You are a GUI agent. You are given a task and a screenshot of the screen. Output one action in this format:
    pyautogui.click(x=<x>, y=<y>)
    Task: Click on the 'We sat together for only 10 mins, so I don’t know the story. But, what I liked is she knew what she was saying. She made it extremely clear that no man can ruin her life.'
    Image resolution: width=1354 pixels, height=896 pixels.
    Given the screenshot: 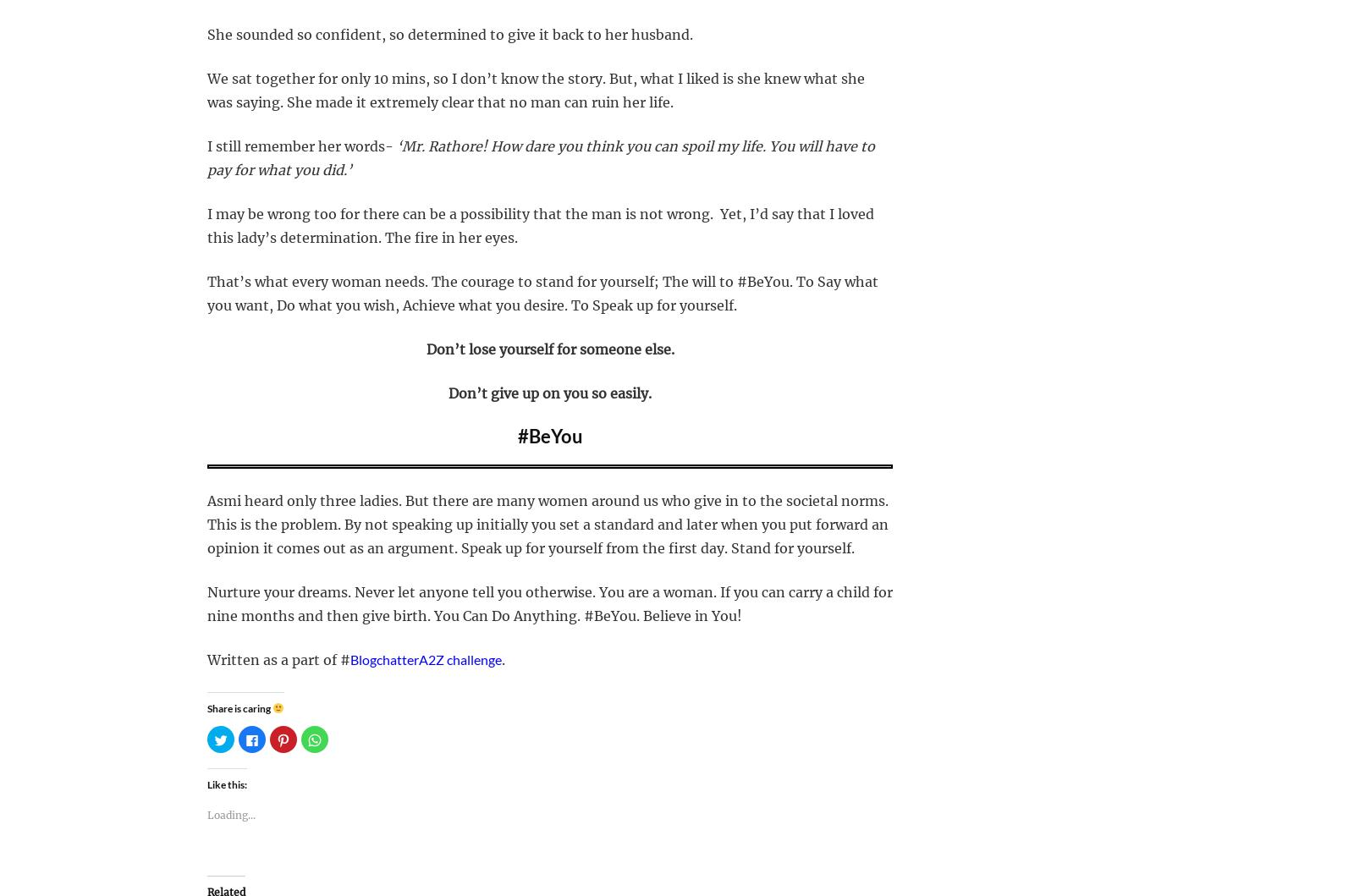 What is the action you would take?
    pyautogui.click(x=206, y=90)
    